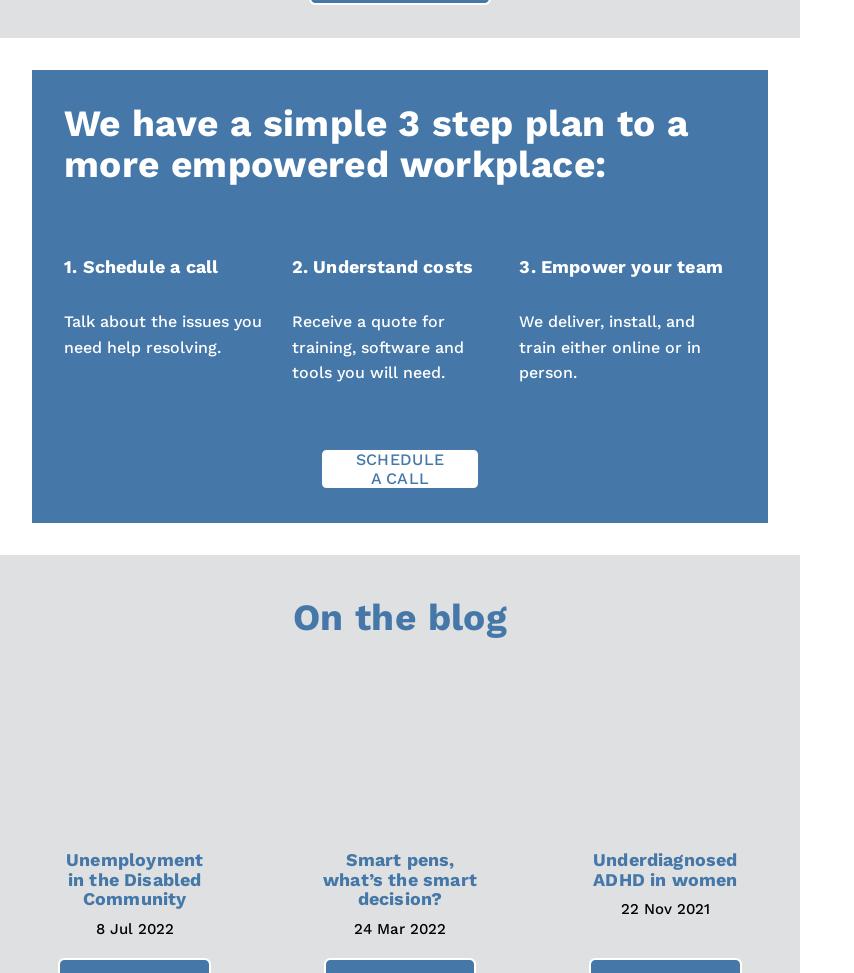 Image resolution: width=854 pixels, height=973 pixels. Describe the element at coordinates (398, 928) in the screenshot. I see `'24 Mar 2022'` at that location.